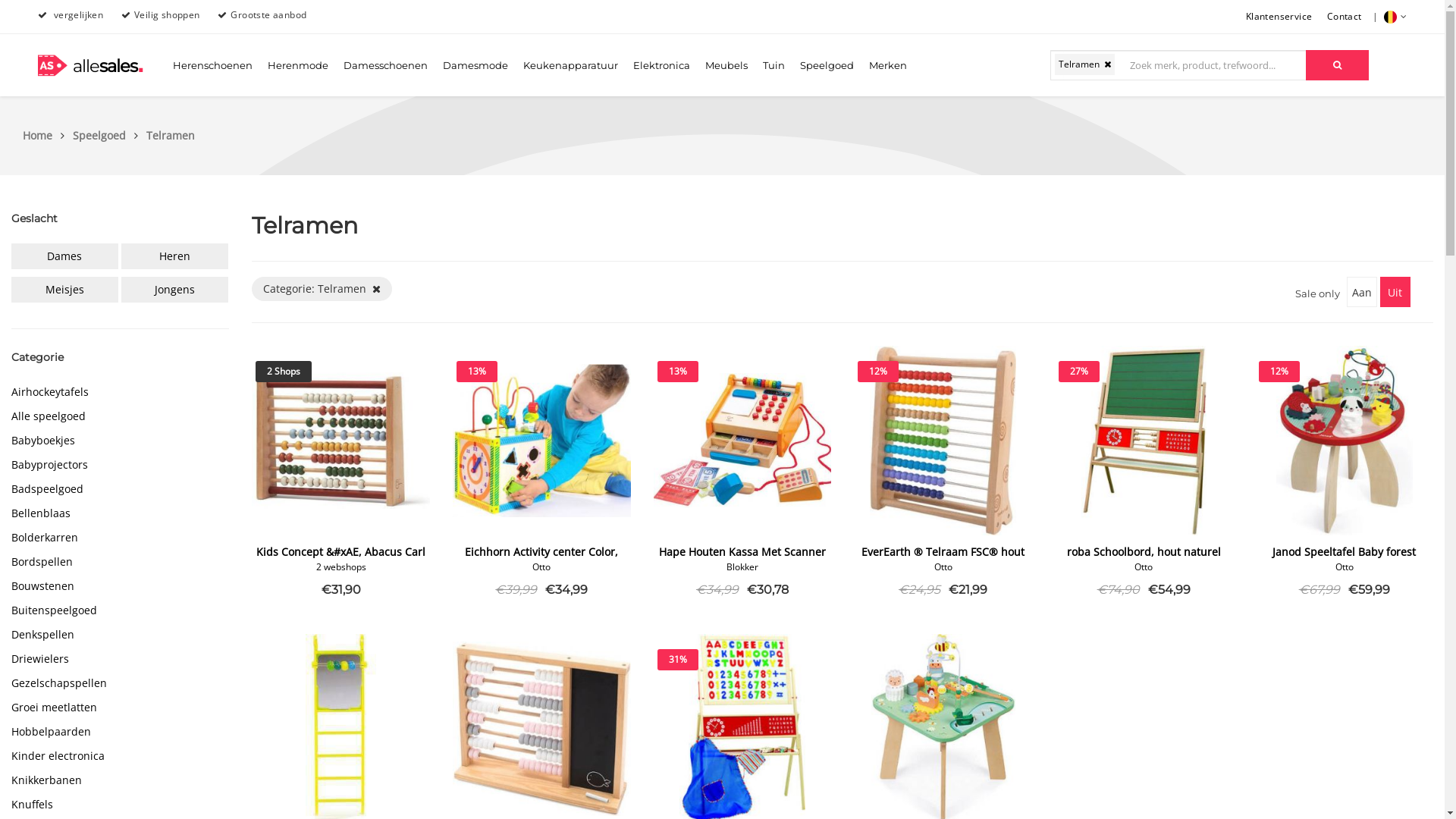 The width and height of the screenshot is (1456, 819). I want to click on 'Speelgoed', so click(107, 134).